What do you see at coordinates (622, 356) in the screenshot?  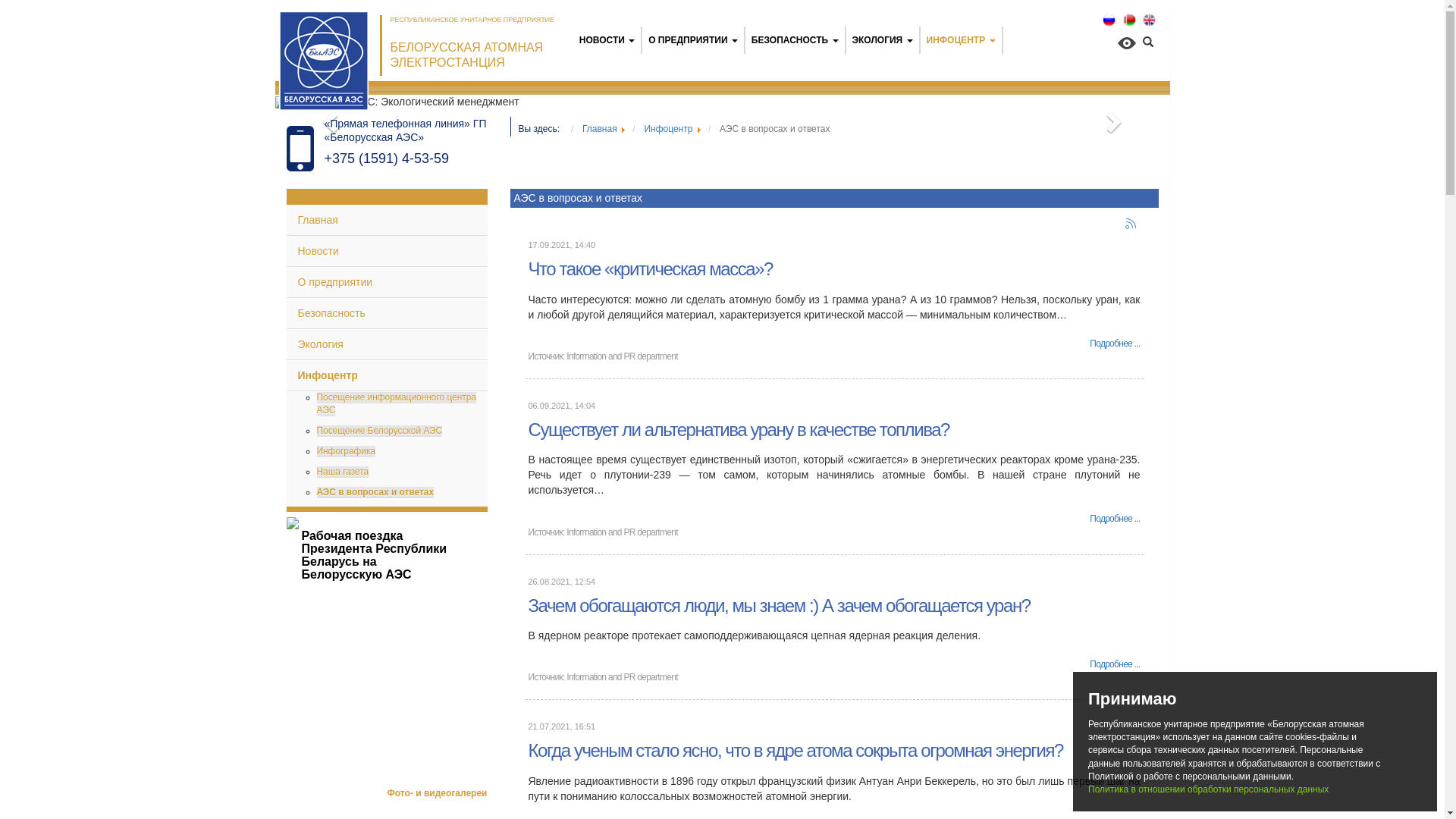 I see `'Information and PR department'` at bounding box center [622, 356].